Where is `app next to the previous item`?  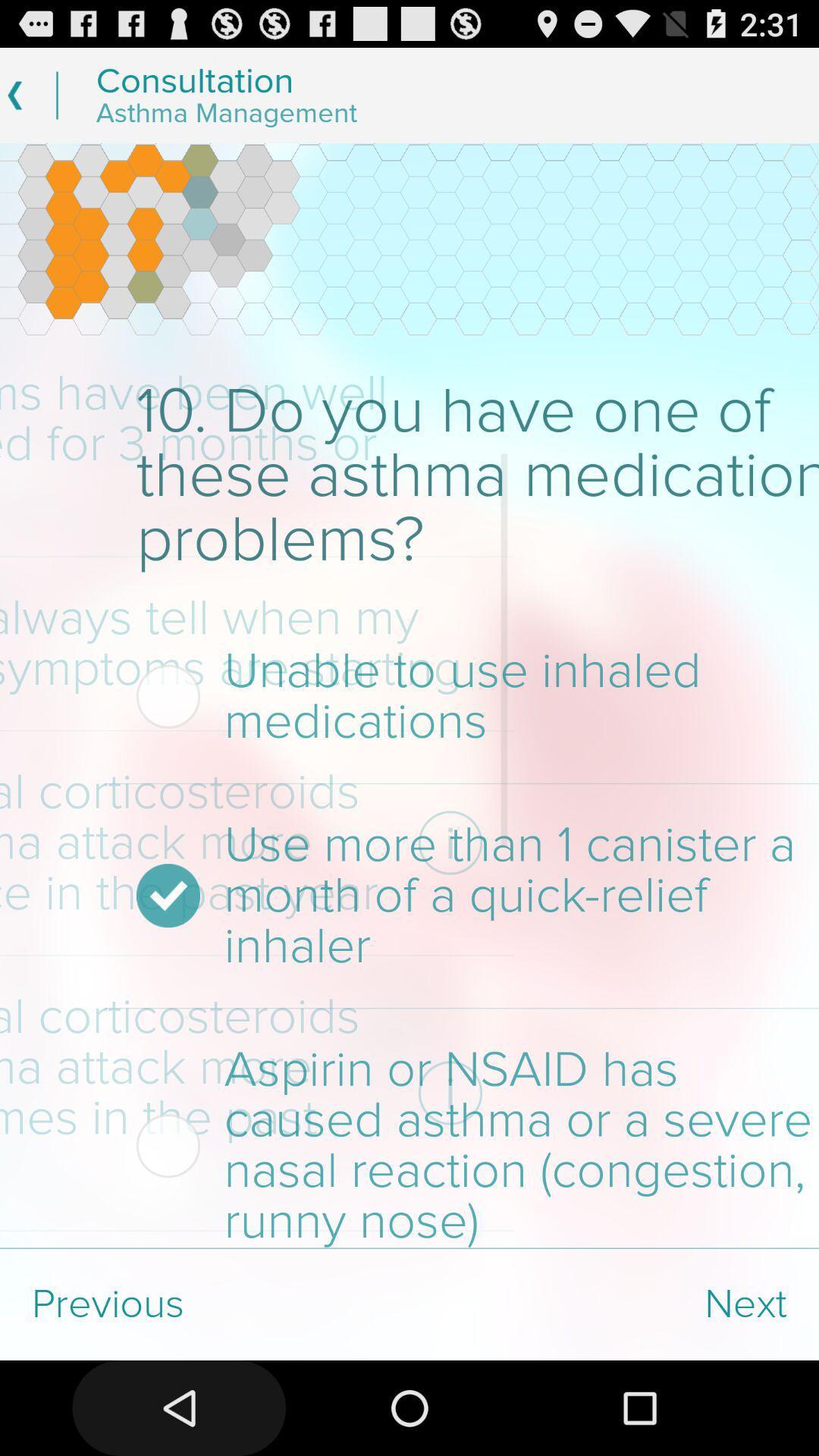 app next to the previous item is located at coordinates (614, 1304).